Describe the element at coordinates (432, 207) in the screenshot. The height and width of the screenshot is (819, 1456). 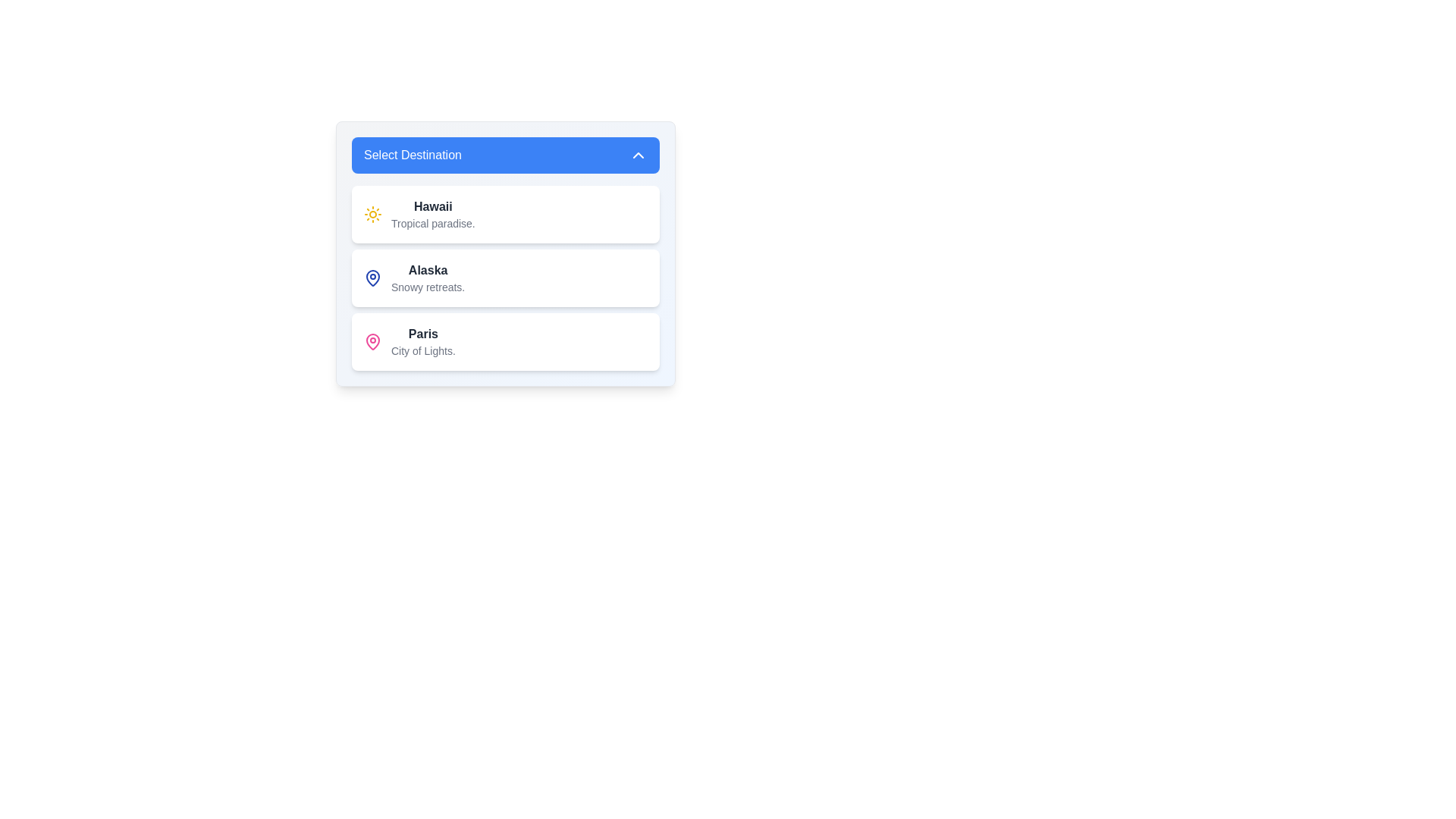
I see `the bold gray label displaying 'Hawaii' located at the top of the dropdown options` at that location.